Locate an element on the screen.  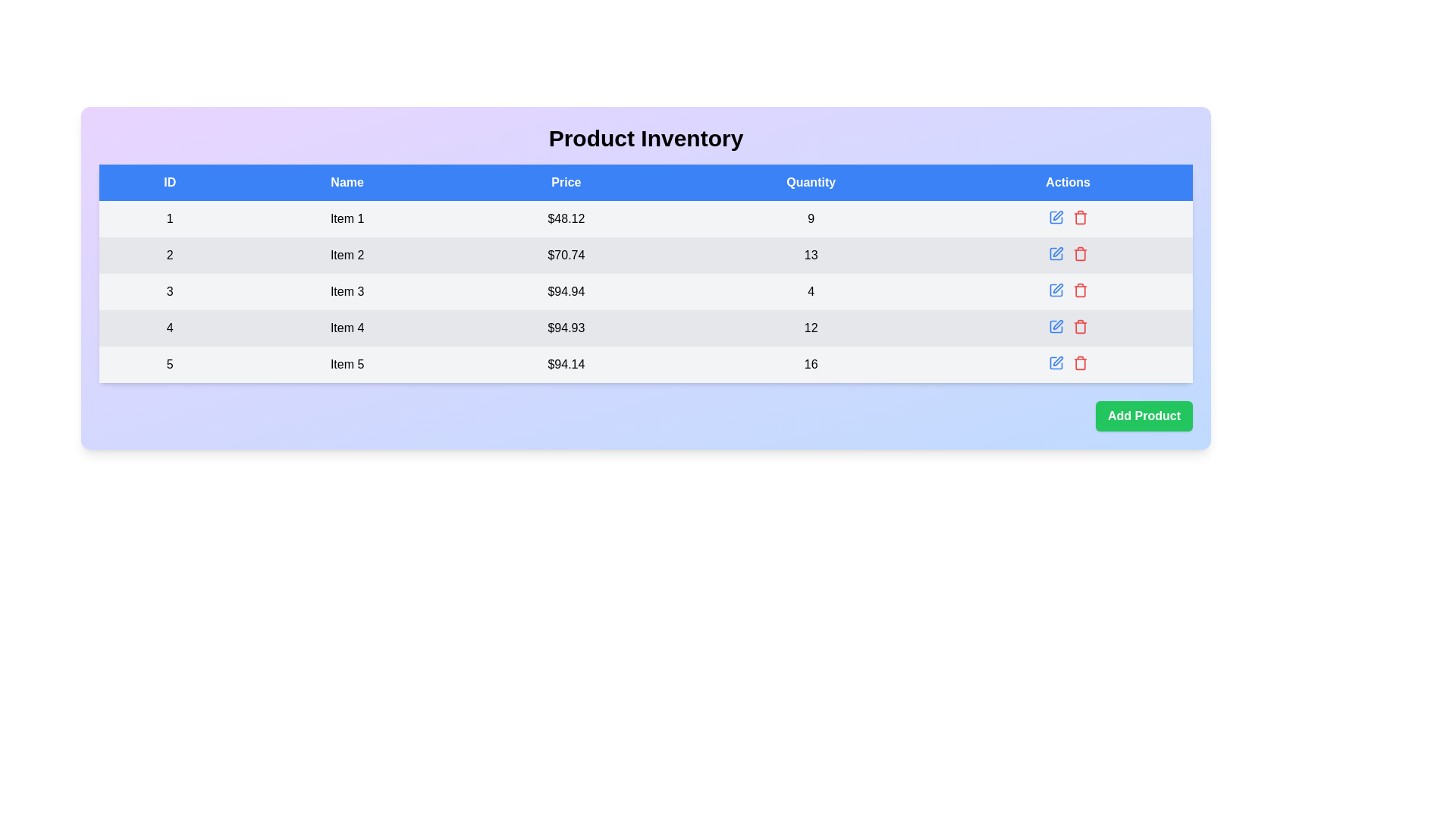
the editing icon in the 'Actions' column of the 4th row of the table is located at coordinates (1055, 326).